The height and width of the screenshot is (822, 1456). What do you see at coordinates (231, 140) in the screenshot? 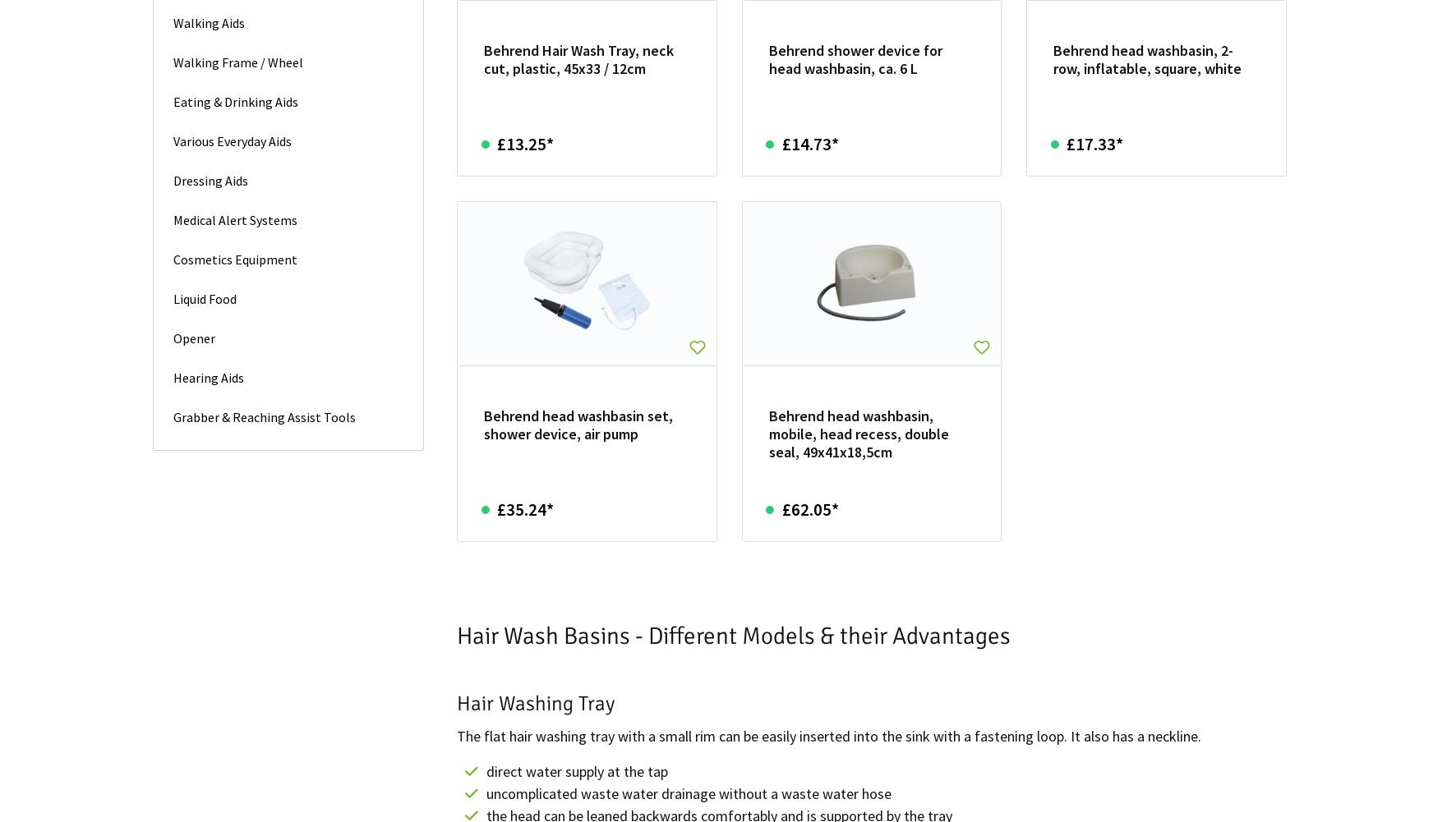
I see `'Various Everyday Aids'` at bounding box center [231, 140].